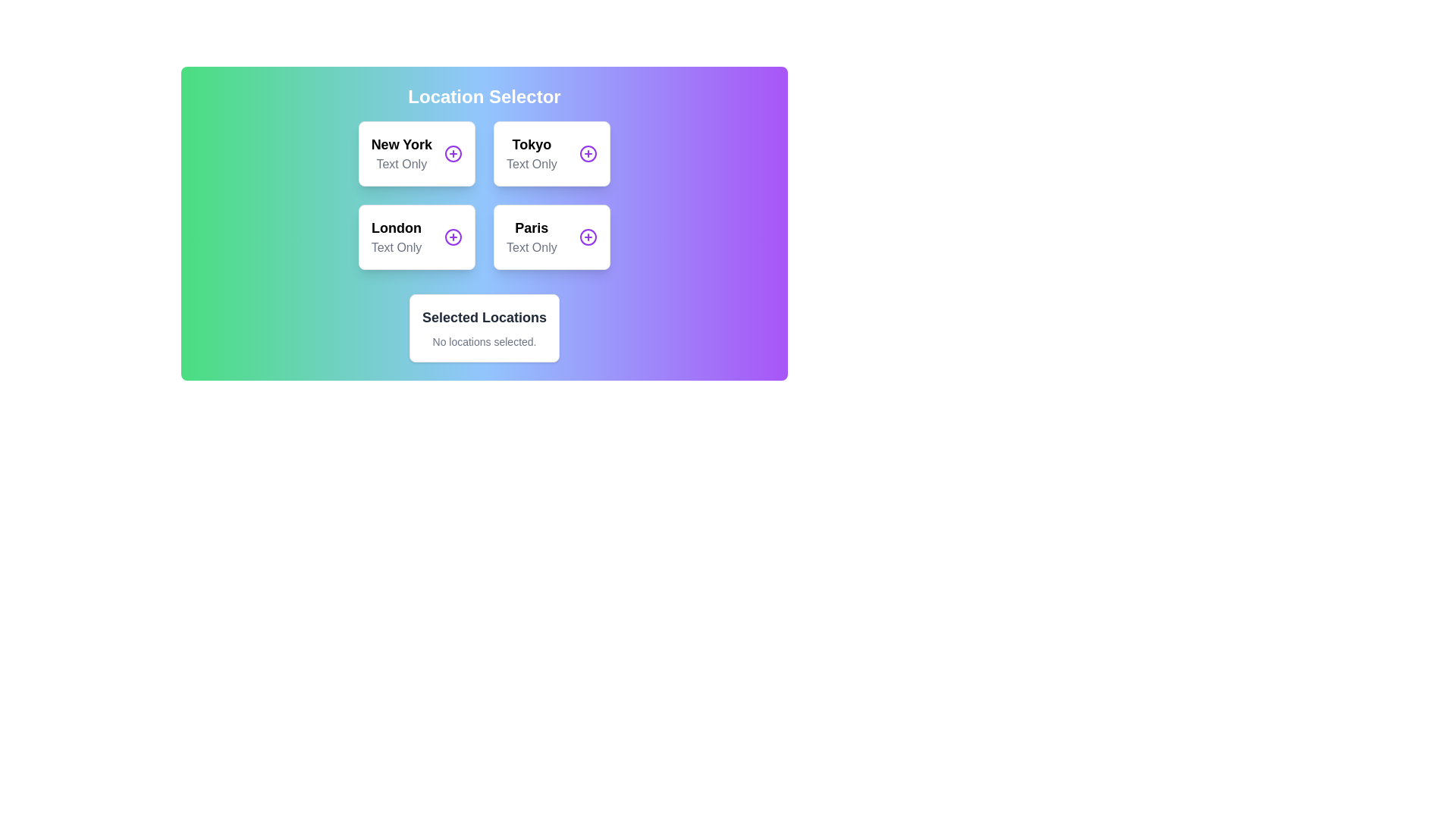 This screenshot has width=1456, height=819. What do you see at coordinates (588, 237) in the screenshot?
I see `the circular action button with a purple border and a white plus symbol located in the bottom-right corner of the 'Paris' card` at bounding box center [588, 237].